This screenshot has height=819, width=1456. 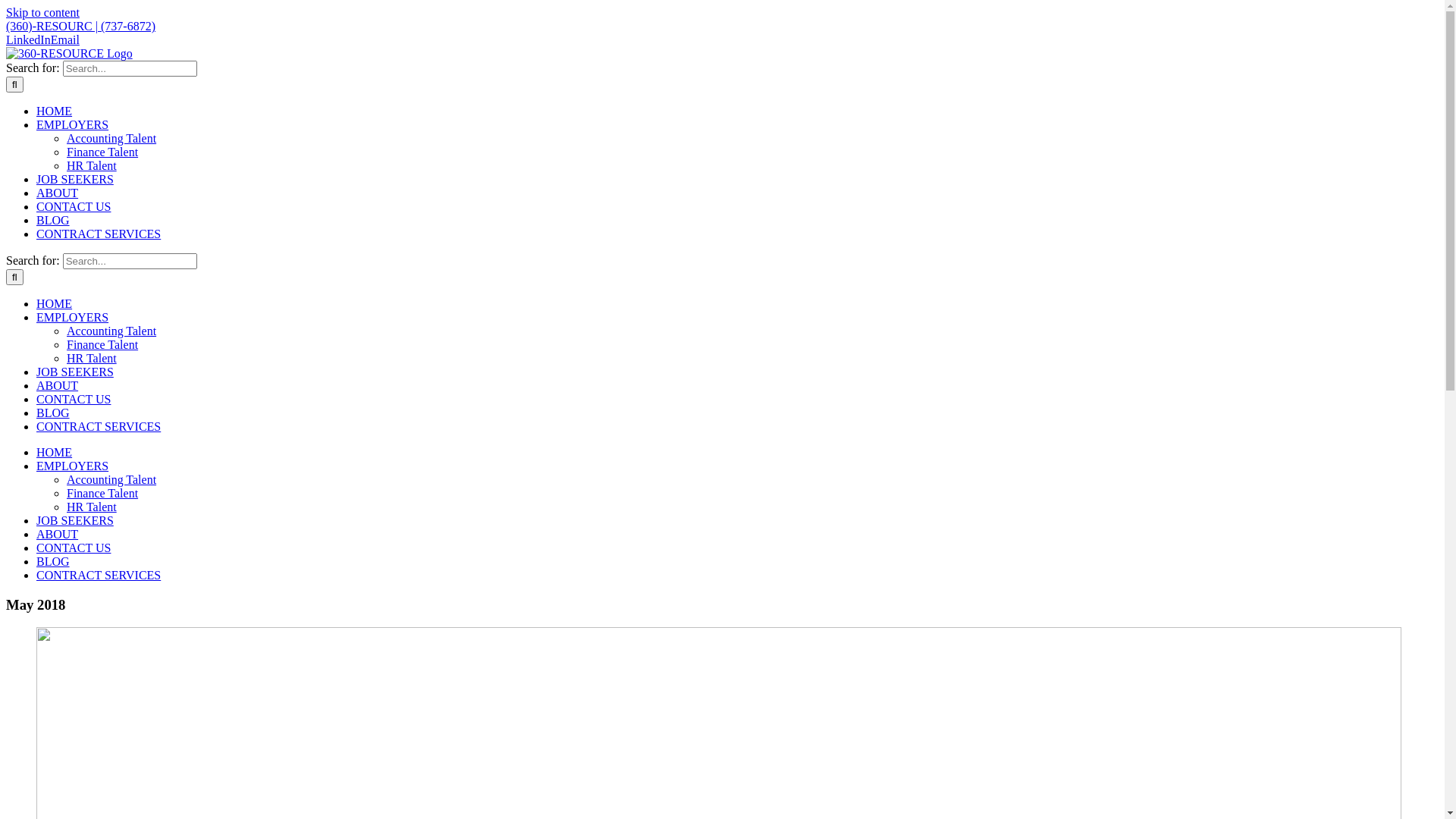 What do you see at coordinates (6, 12) in the screenshot?
I see `'Skip to content'` at bounding box center [6, 12].